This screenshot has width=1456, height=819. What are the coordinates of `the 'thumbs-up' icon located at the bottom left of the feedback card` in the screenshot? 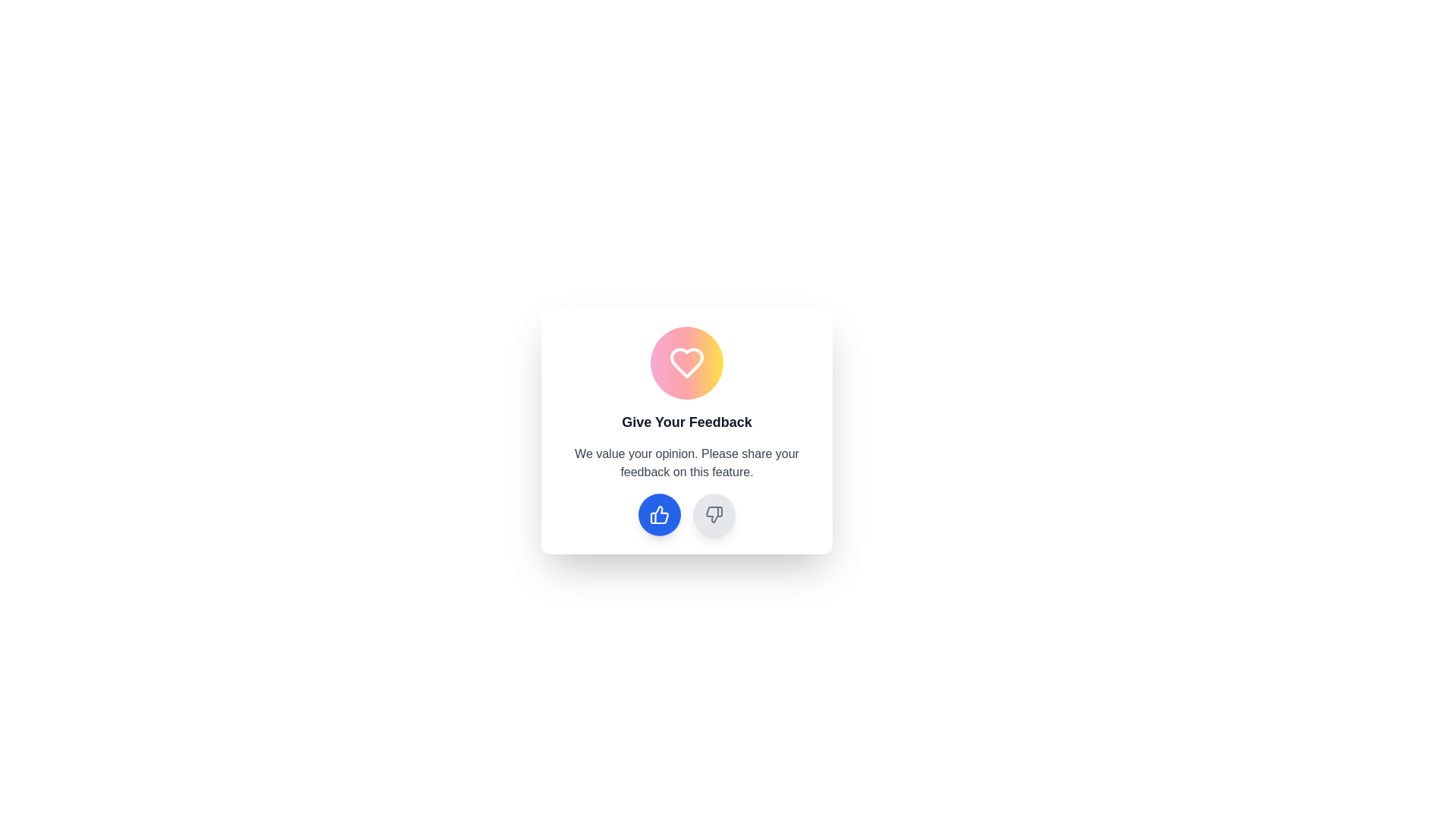 It's located at (659, 513).